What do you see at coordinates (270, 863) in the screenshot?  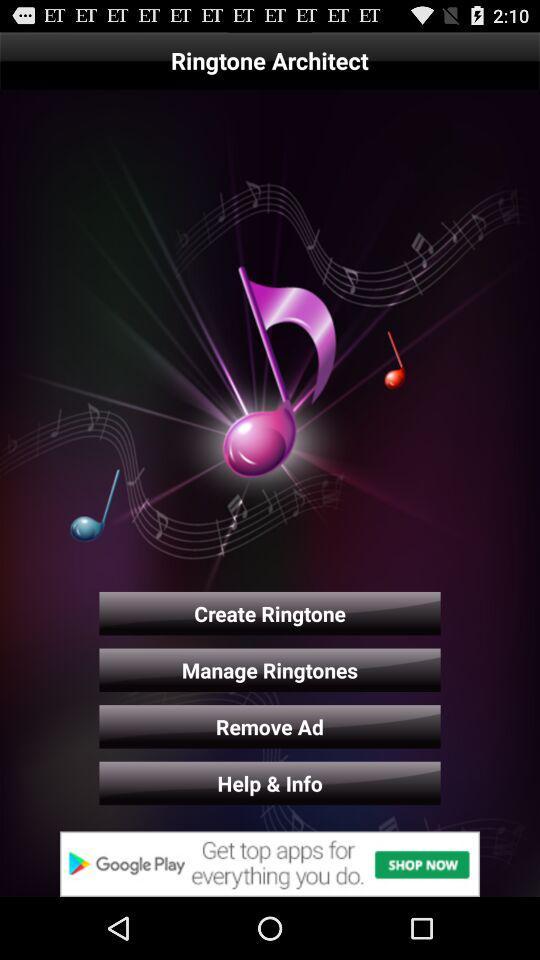 I see `google play advertisement` at bounding box center [270, 863].